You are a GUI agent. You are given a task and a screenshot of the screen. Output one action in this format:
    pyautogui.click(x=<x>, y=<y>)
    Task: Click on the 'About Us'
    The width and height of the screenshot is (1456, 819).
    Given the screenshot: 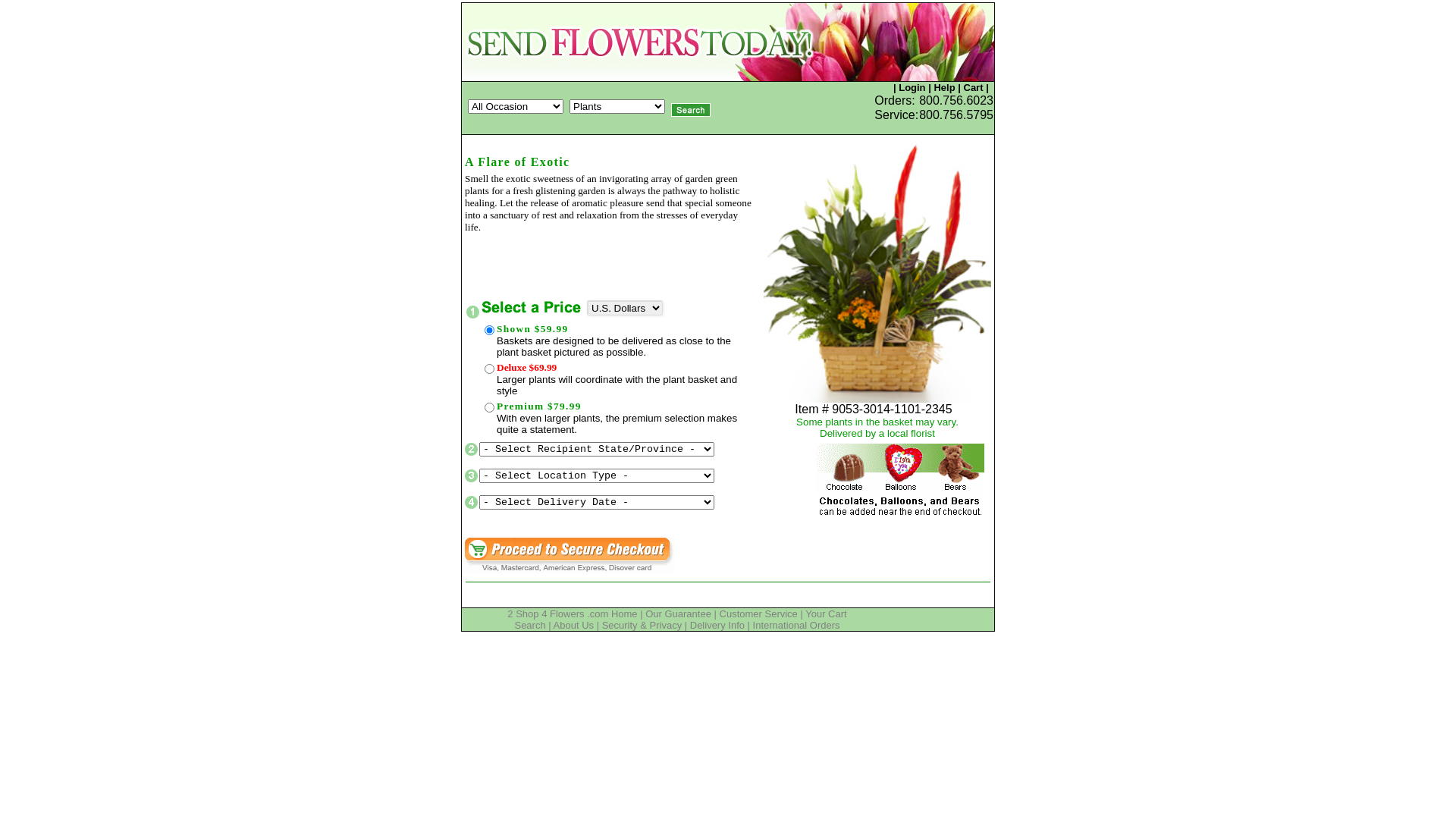 What is the action you would take?
    pyautogui.click(x=573, y=625)
    